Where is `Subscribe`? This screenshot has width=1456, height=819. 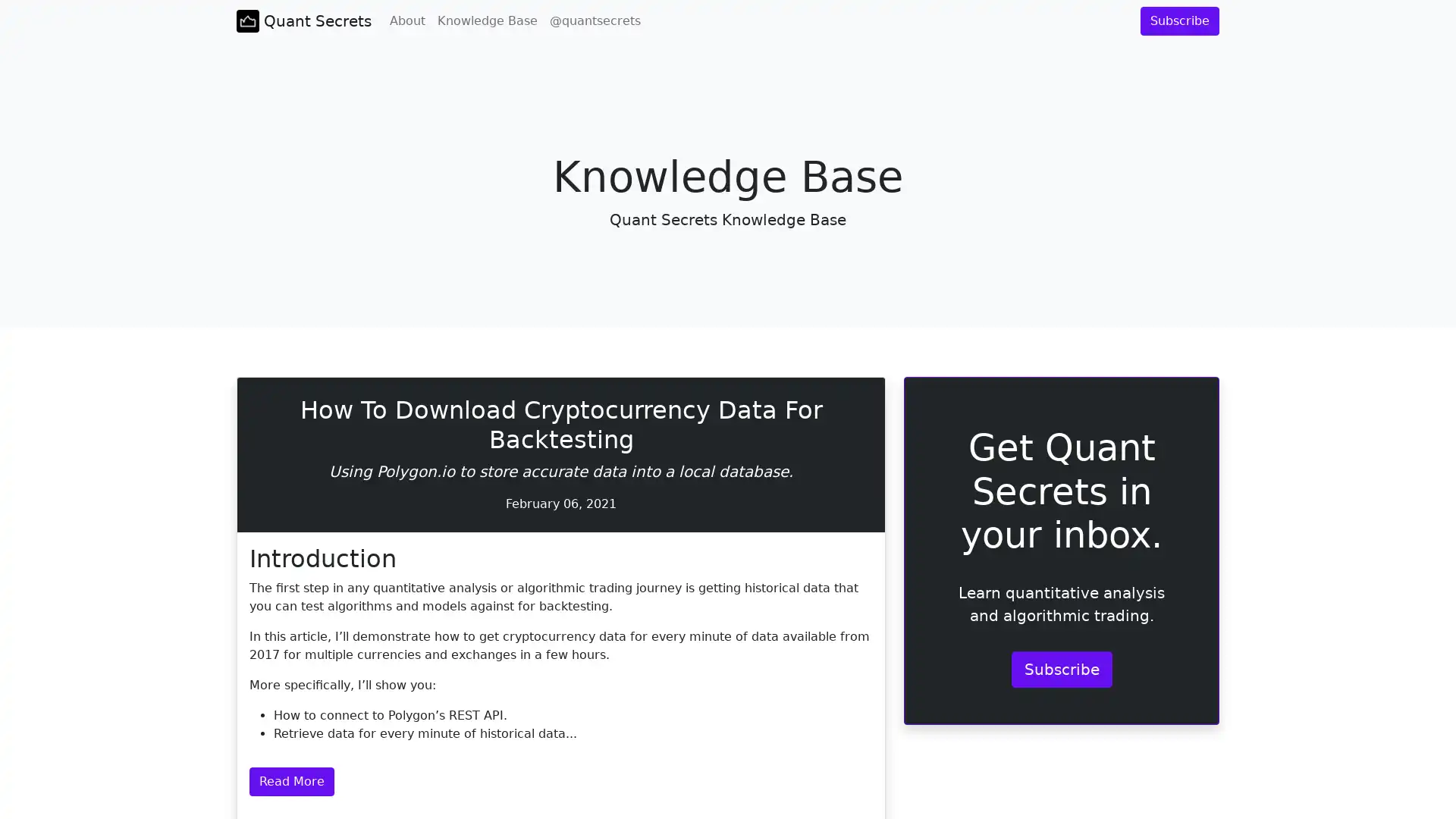 Subscribe is located at coordinates (1178, 20).